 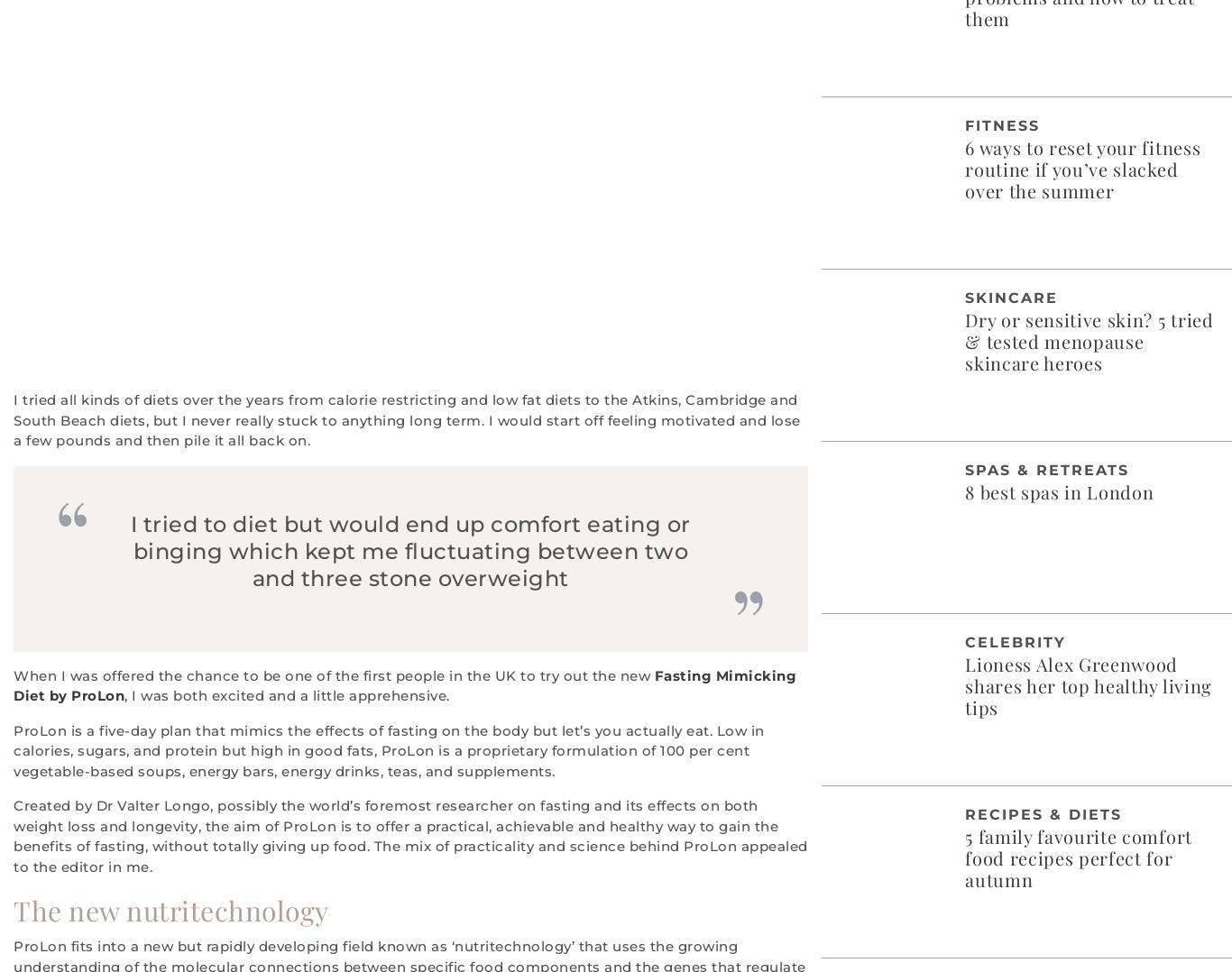 I want to click on 'The new nutritechnology', so click(x=14, y=909).